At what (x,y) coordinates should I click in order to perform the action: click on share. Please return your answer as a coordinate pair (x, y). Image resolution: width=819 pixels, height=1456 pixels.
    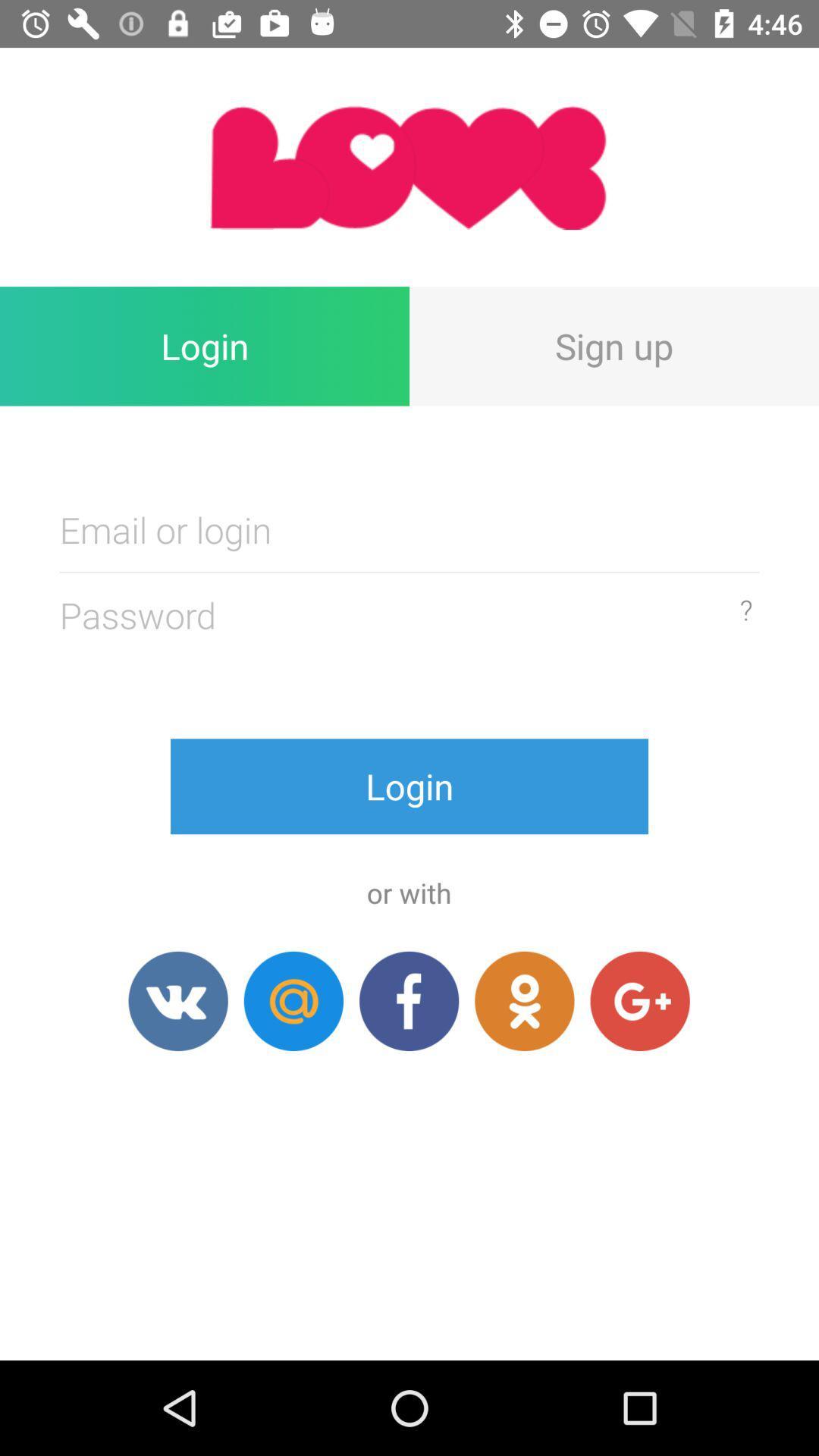
    Looking at the image, I should click on (177, 1001).